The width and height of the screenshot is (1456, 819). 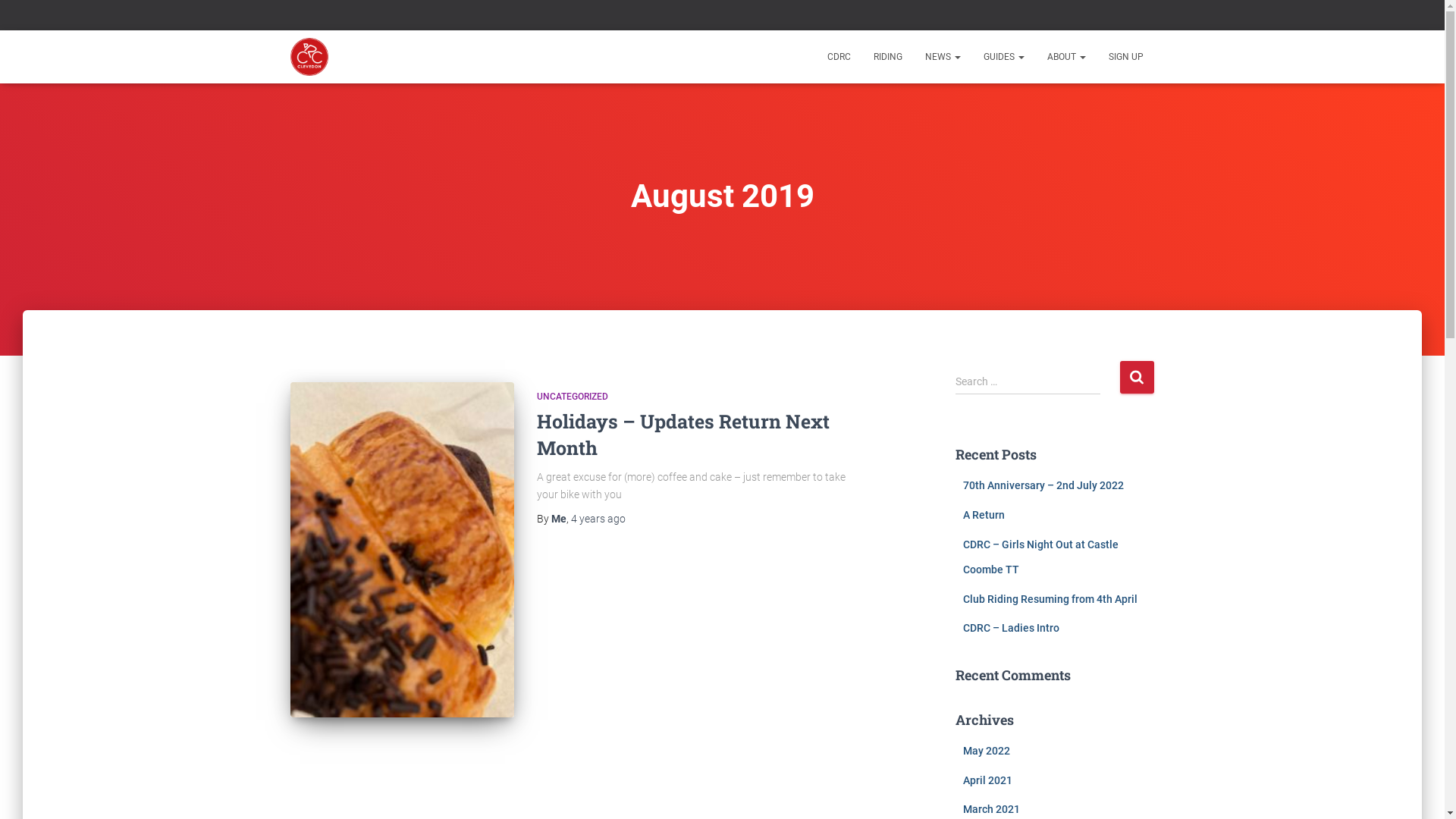 I want to click on 'GUIDES', so click(x=1004, y=55).